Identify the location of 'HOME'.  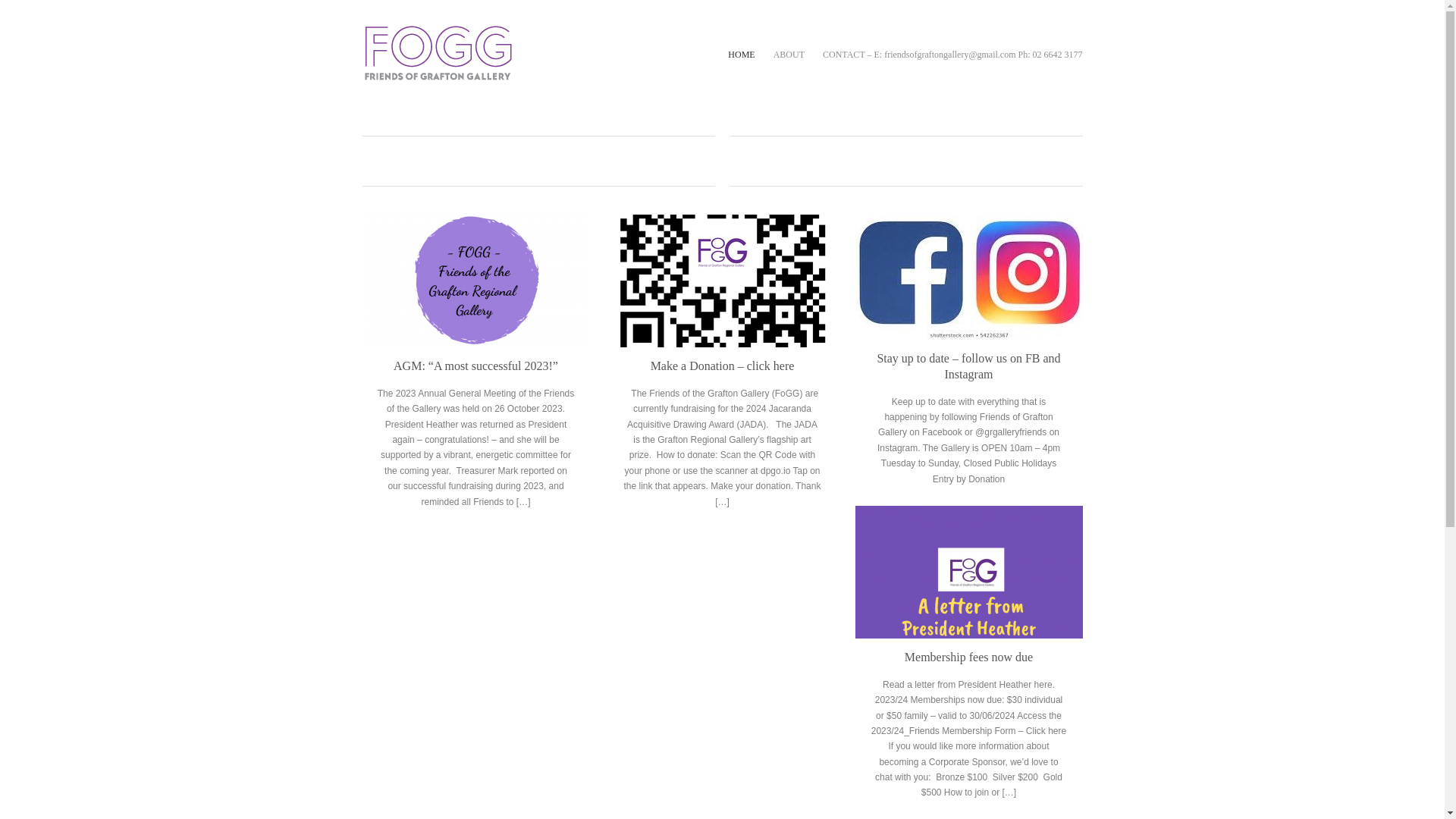
(728, 54).